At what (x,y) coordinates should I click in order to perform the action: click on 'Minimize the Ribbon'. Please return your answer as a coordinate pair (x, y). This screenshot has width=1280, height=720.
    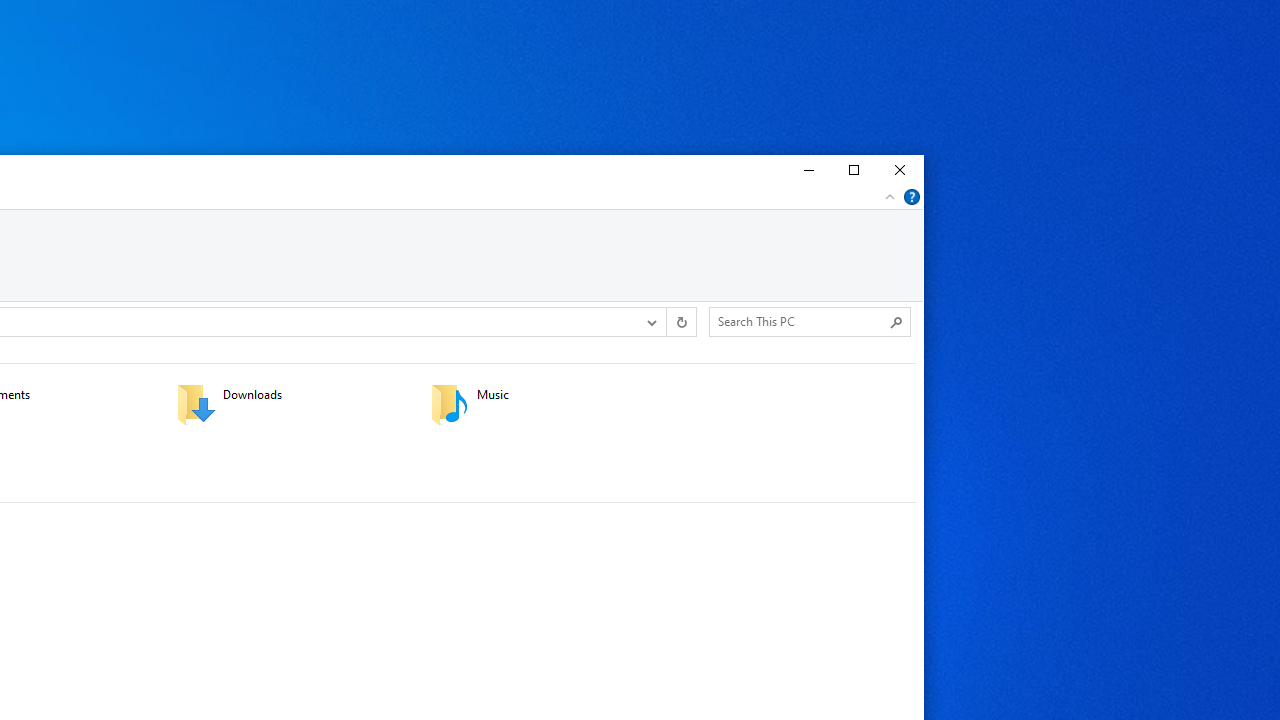
    Looking at the image, I should click on (889, 196).